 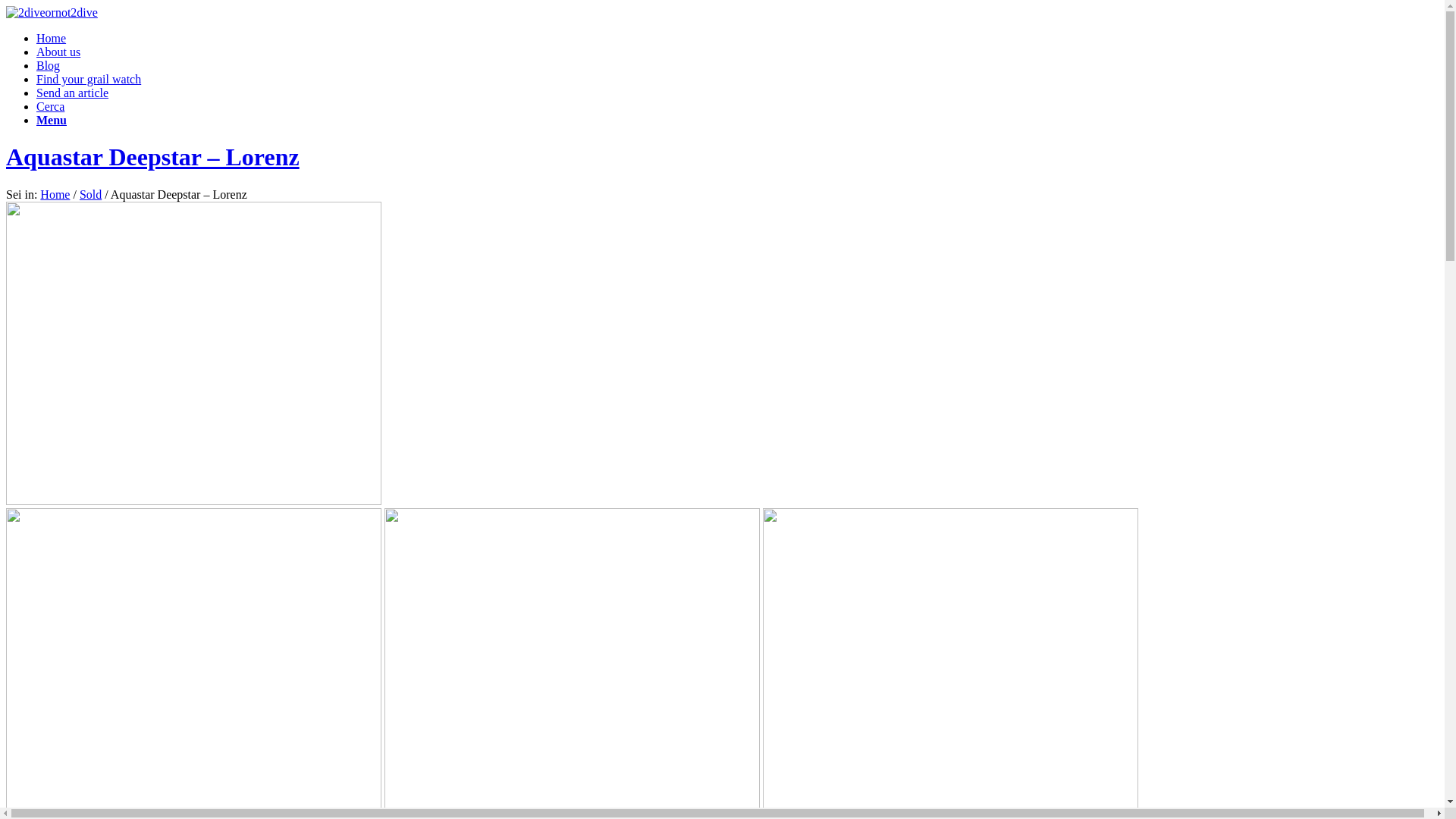 What do you see at coordinates (384, 659) in the screenshot?
I see `'20190625_150037'` at bounding box center [384, 659].